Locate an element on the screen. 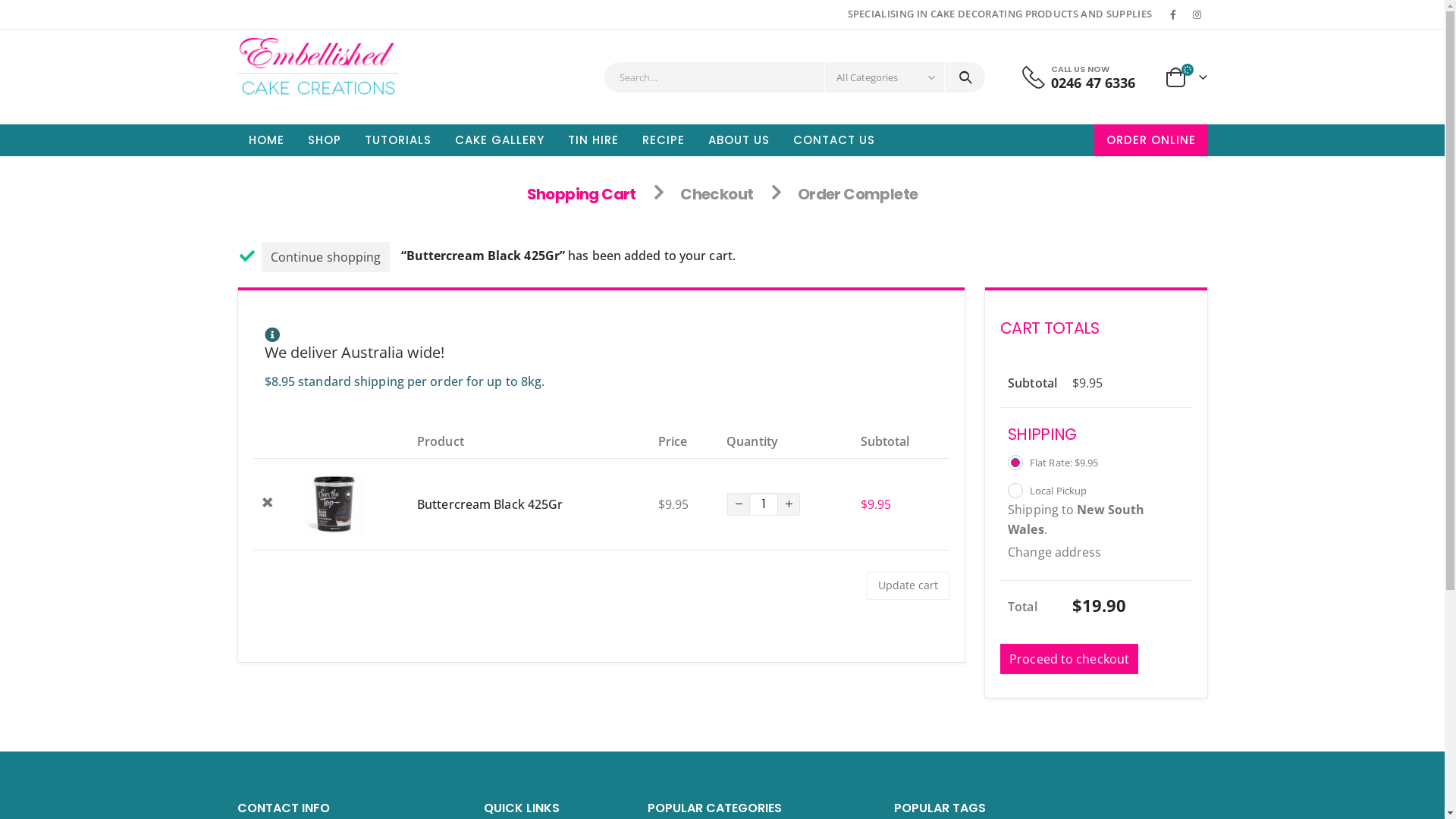 The width and height of the screenshot is (1456, 819). 'Update cart' is located at coordinates (866, 585).